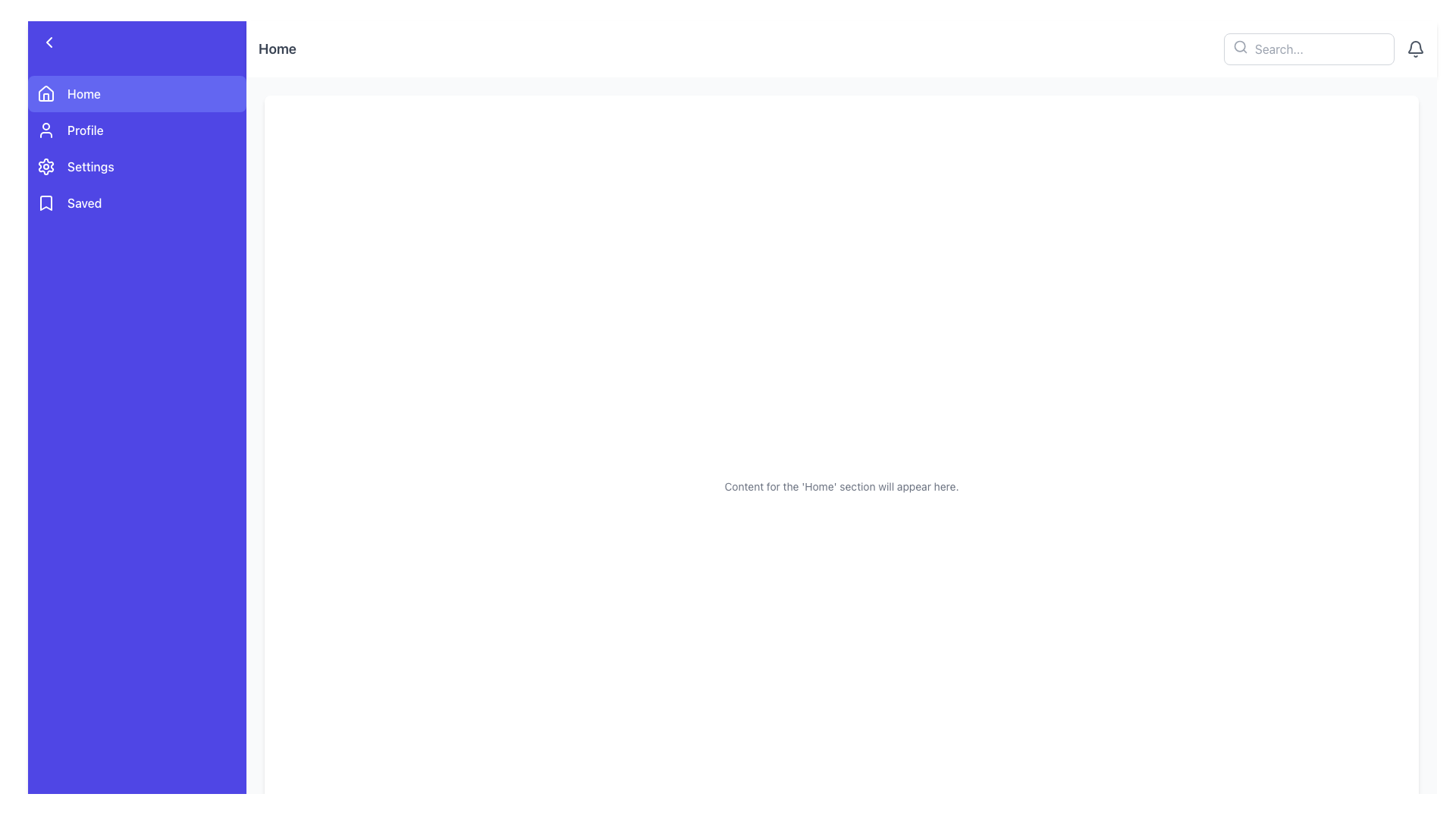  What do you see at coordinates (46, 93) in the screenshot?
I see `the 'Home' navigation icon located in the sidebar` at bounding box center [46, 93].